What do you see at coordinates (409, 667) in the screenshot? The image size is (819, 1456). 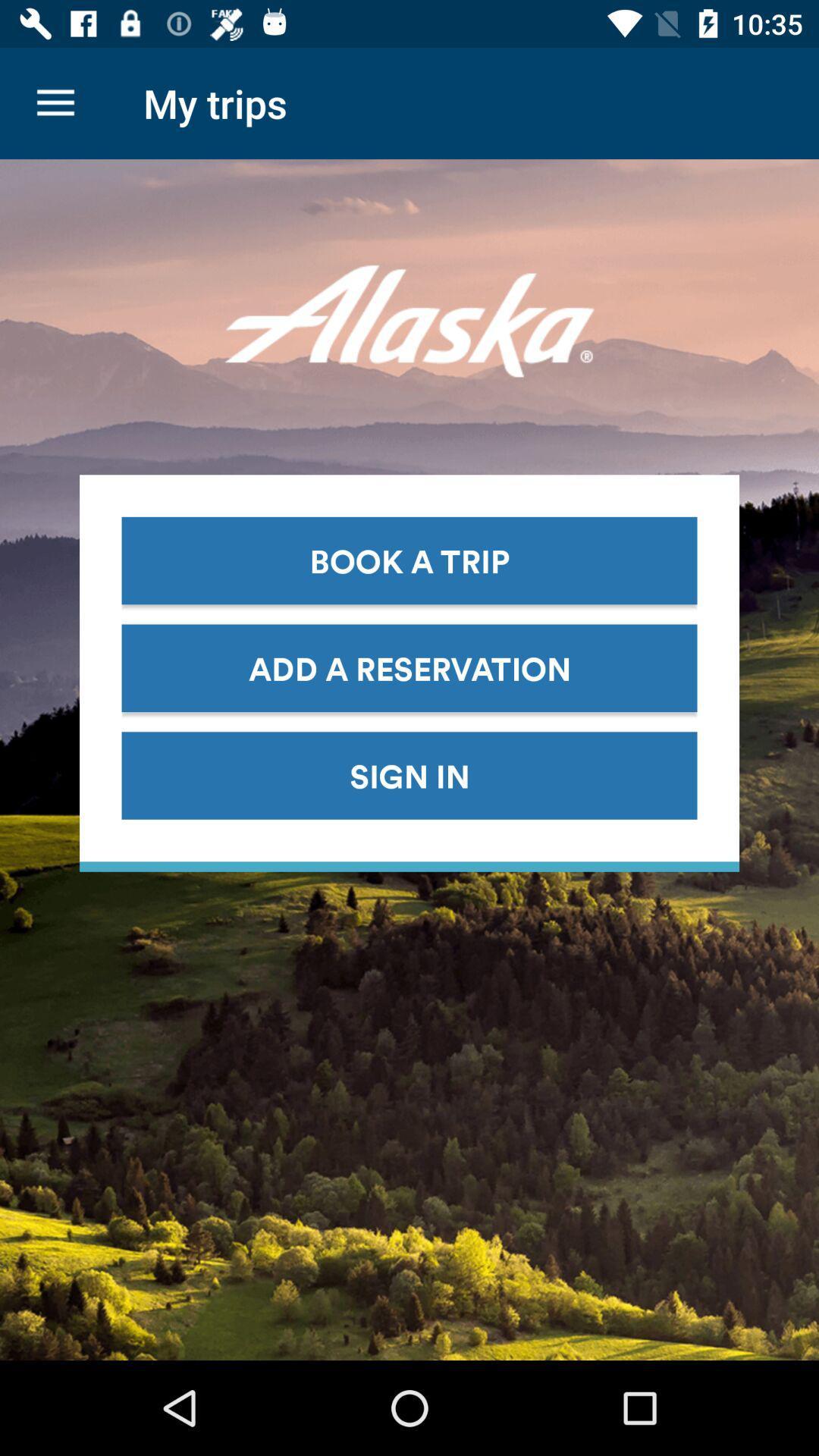 I see `the add a reservation icon` at bounding box center [409, 667].